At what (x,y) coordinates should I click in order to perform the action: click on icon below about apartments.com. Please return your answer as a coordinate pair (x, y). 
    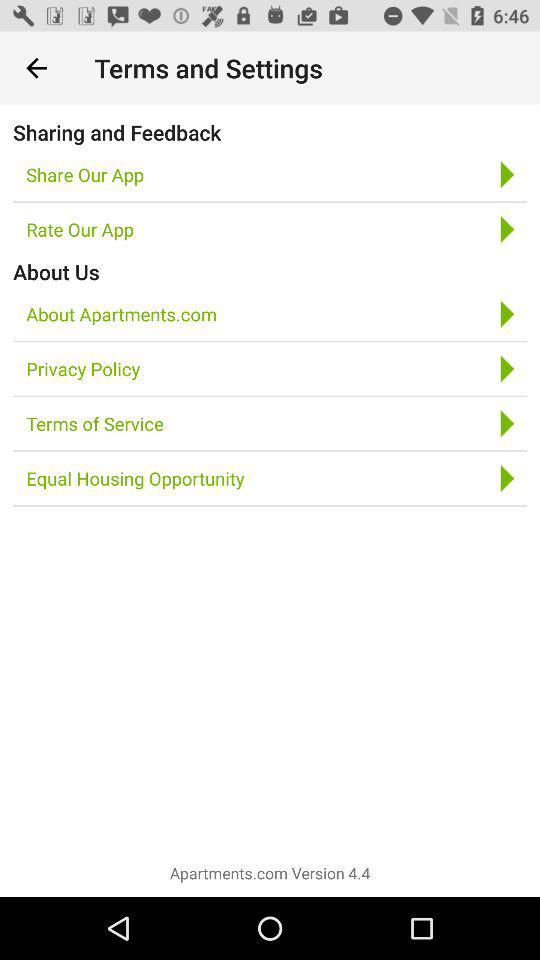
    Looking at the image, I should click on (82, 368).